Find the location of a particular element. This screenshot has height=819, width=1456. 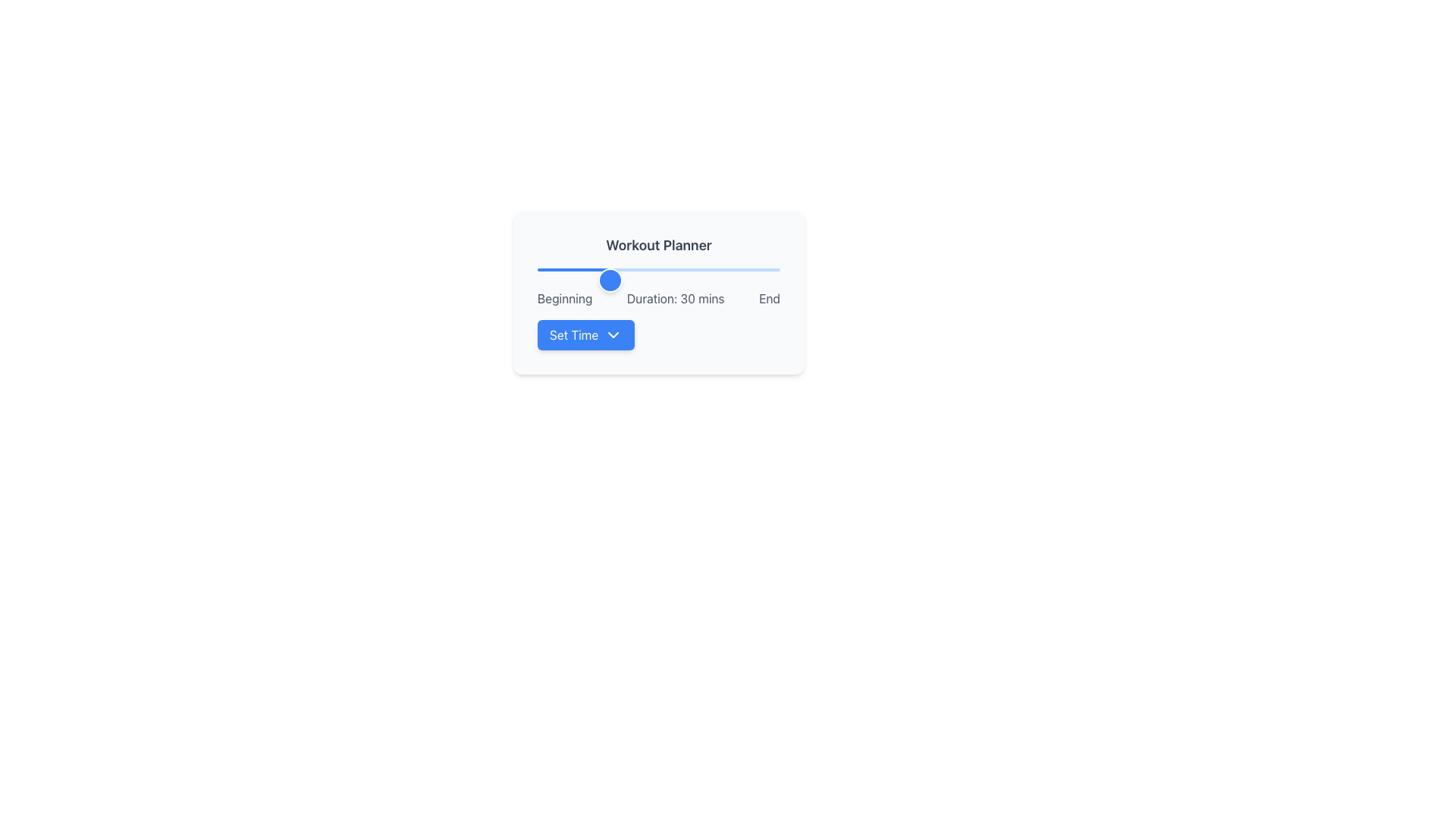

the slider is located at coordinates (651, 268).